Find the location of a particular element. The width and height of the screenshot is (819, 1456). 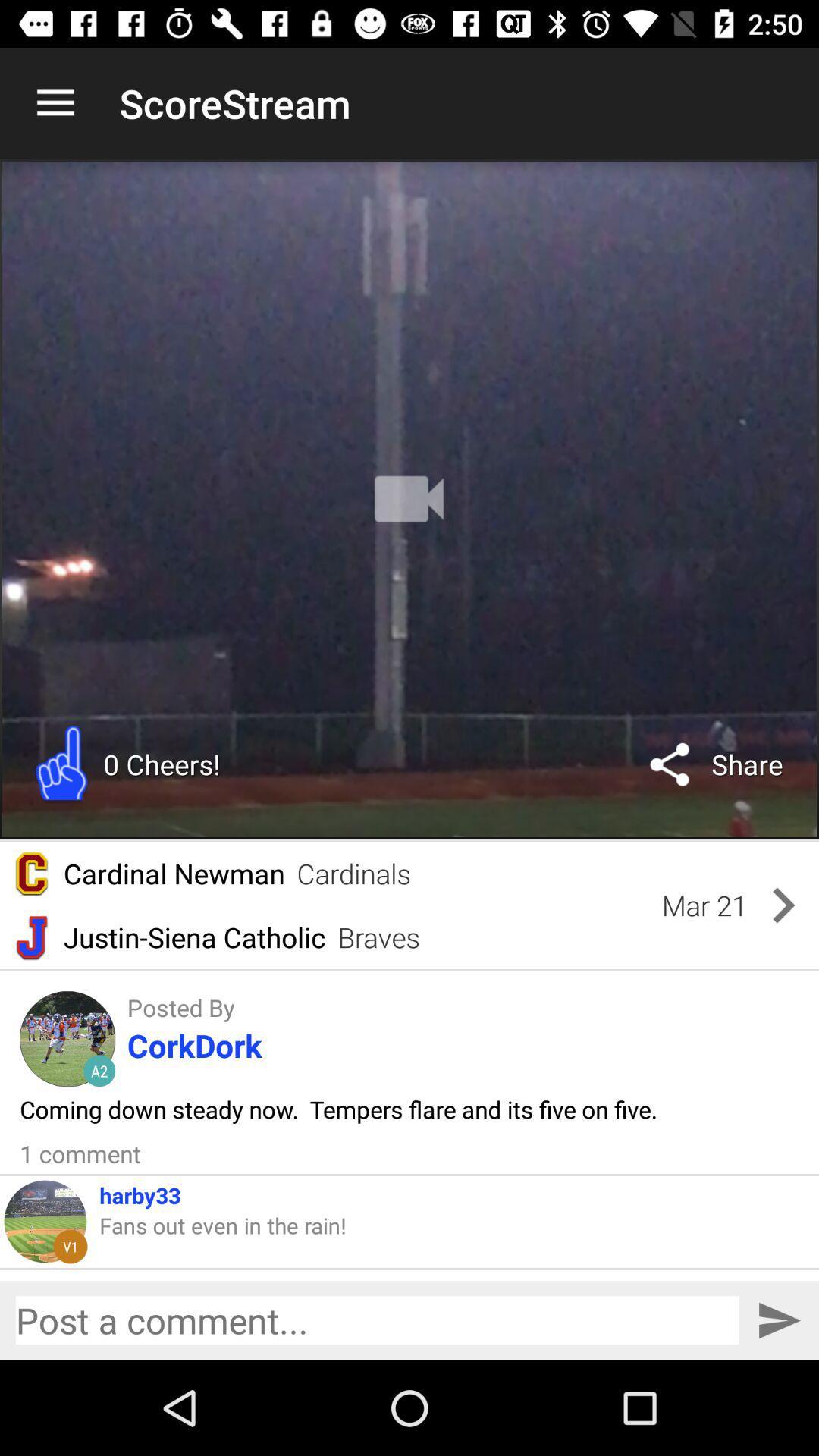

icon to the left of the mar 21 icon is located at coordinates (353, 874).